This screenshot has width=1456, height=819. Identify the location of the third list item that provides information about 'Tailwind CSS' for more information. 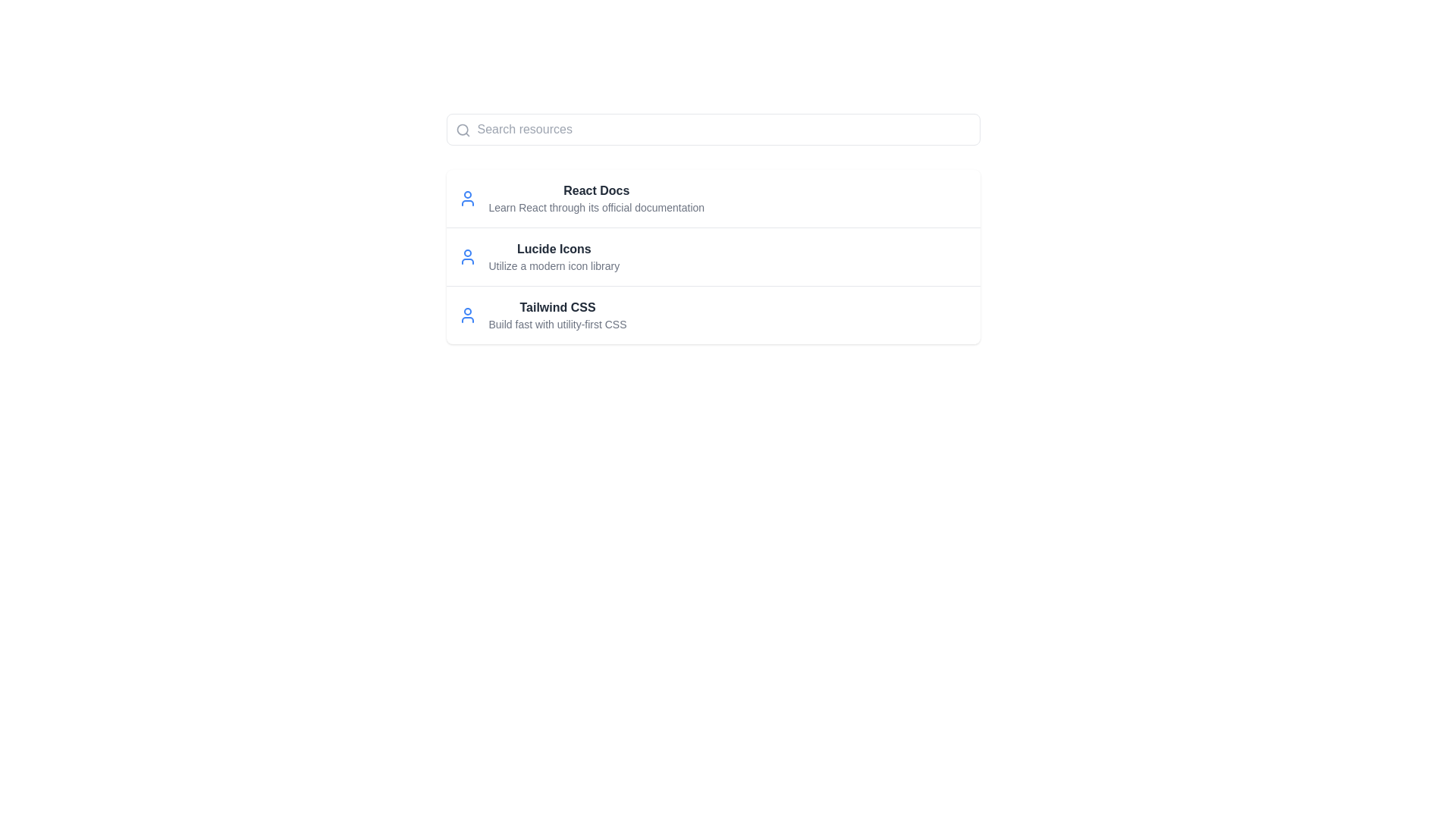
(712, 314).